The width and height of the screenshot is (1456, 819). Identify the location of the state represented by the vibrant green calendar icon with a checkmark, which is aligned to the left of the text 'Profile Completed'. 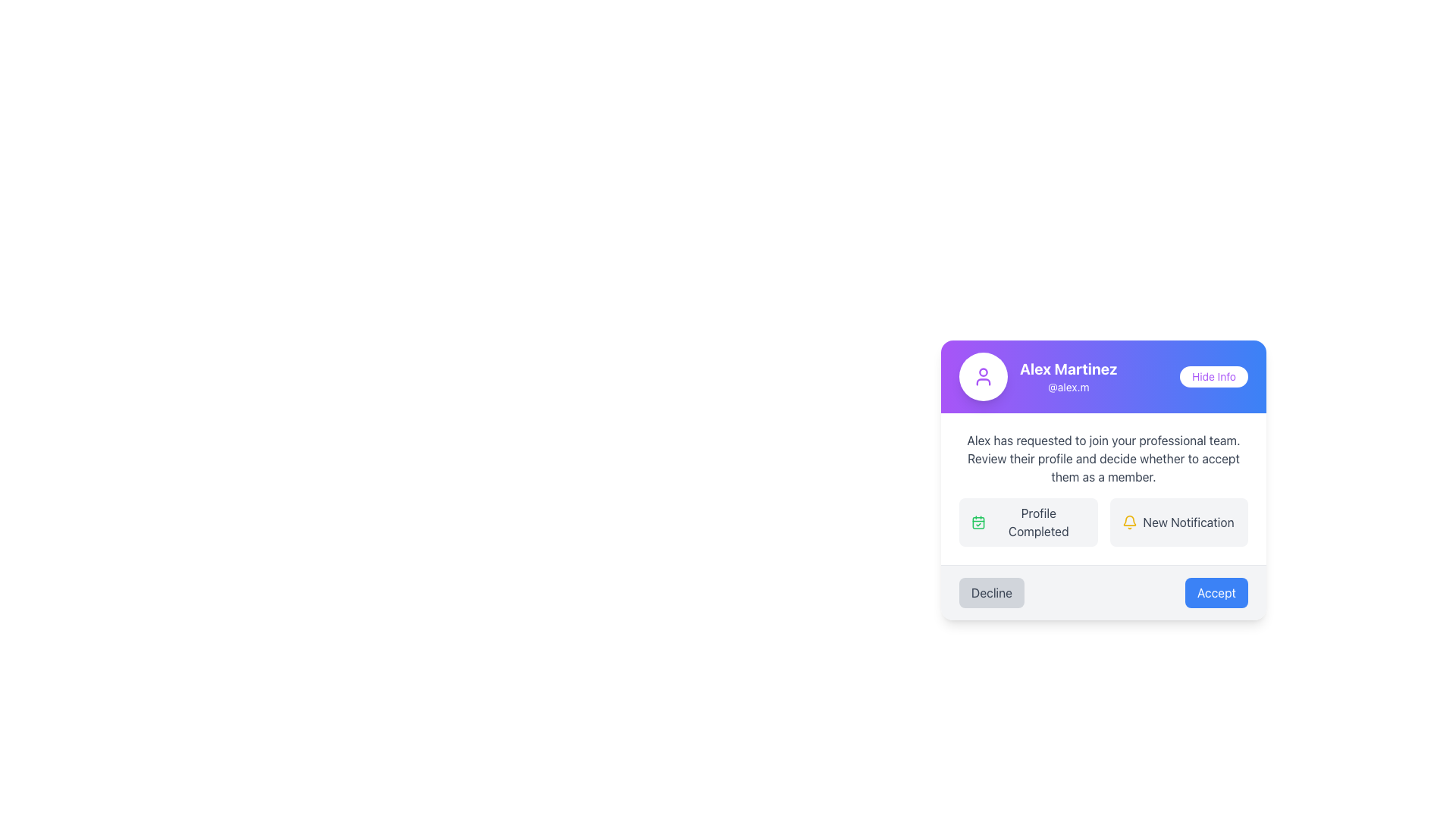
(978, 522).